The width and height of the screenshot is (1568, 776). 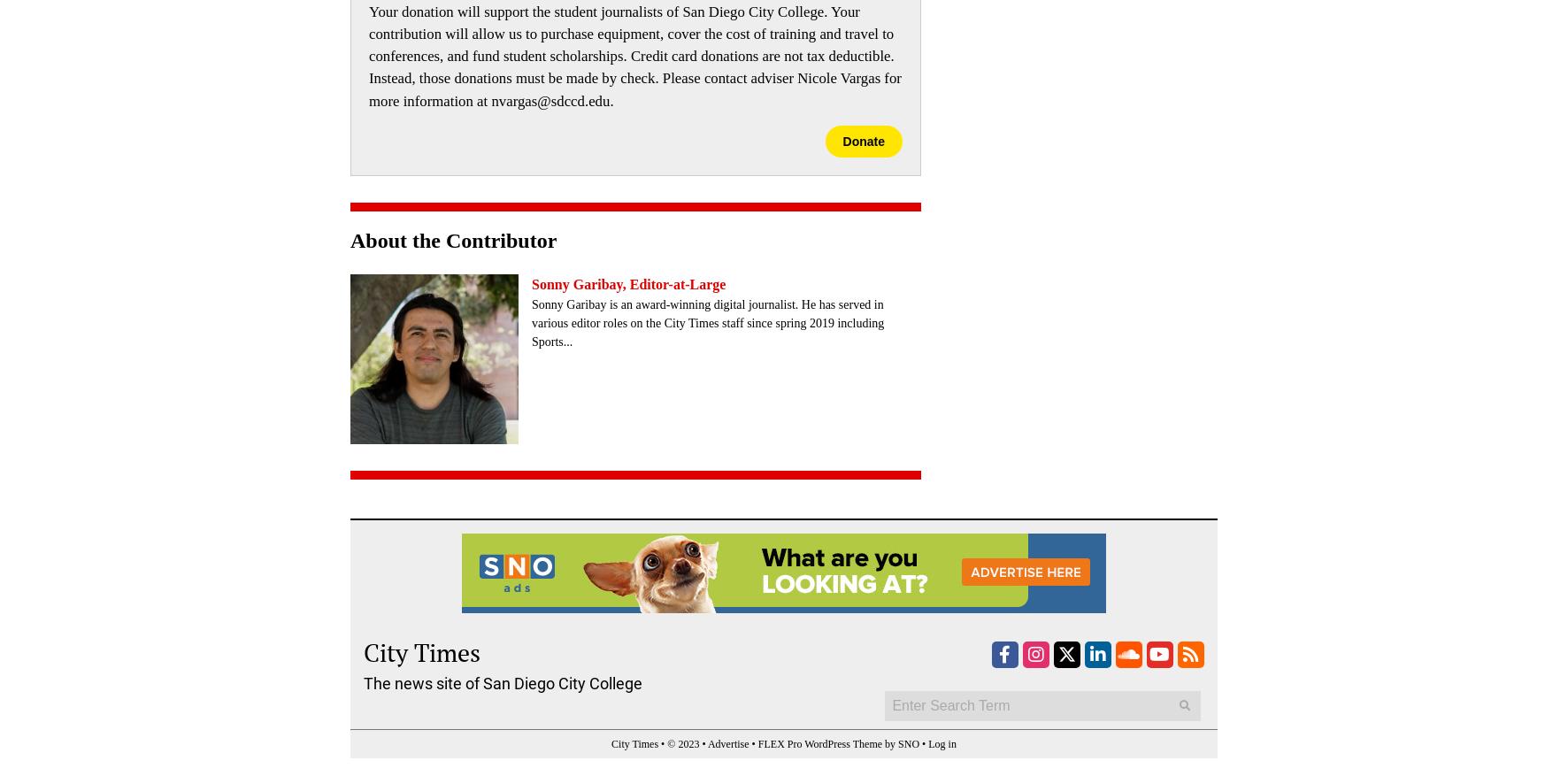 What do you see at coordinates (634, 744) in the screenshot?
I see `'City Times'` at bounding box center [634, 744].